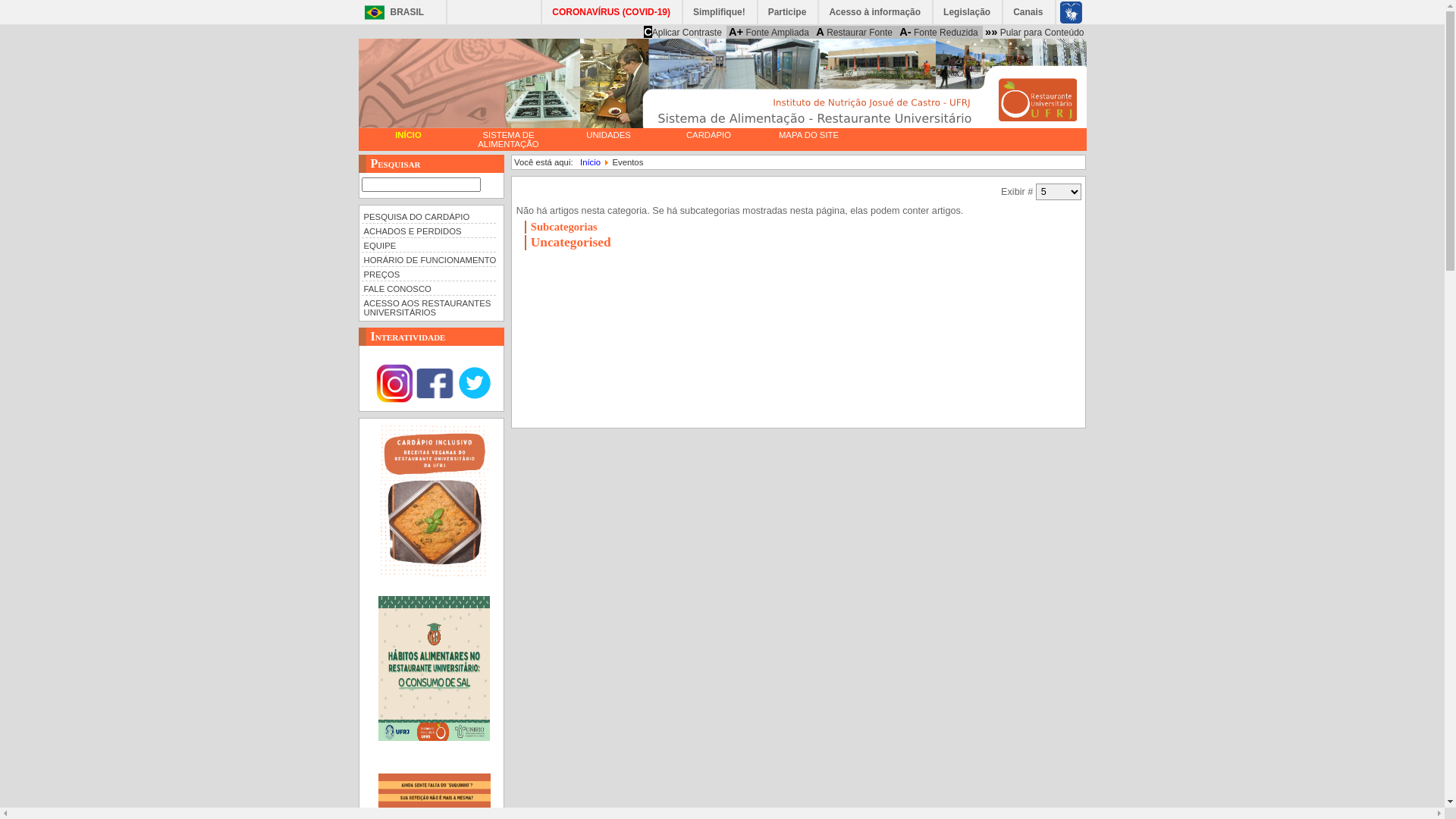  Describe the element at coordinates (359, 243) in the screenshot. I see `'EQUIPE'` at that location.